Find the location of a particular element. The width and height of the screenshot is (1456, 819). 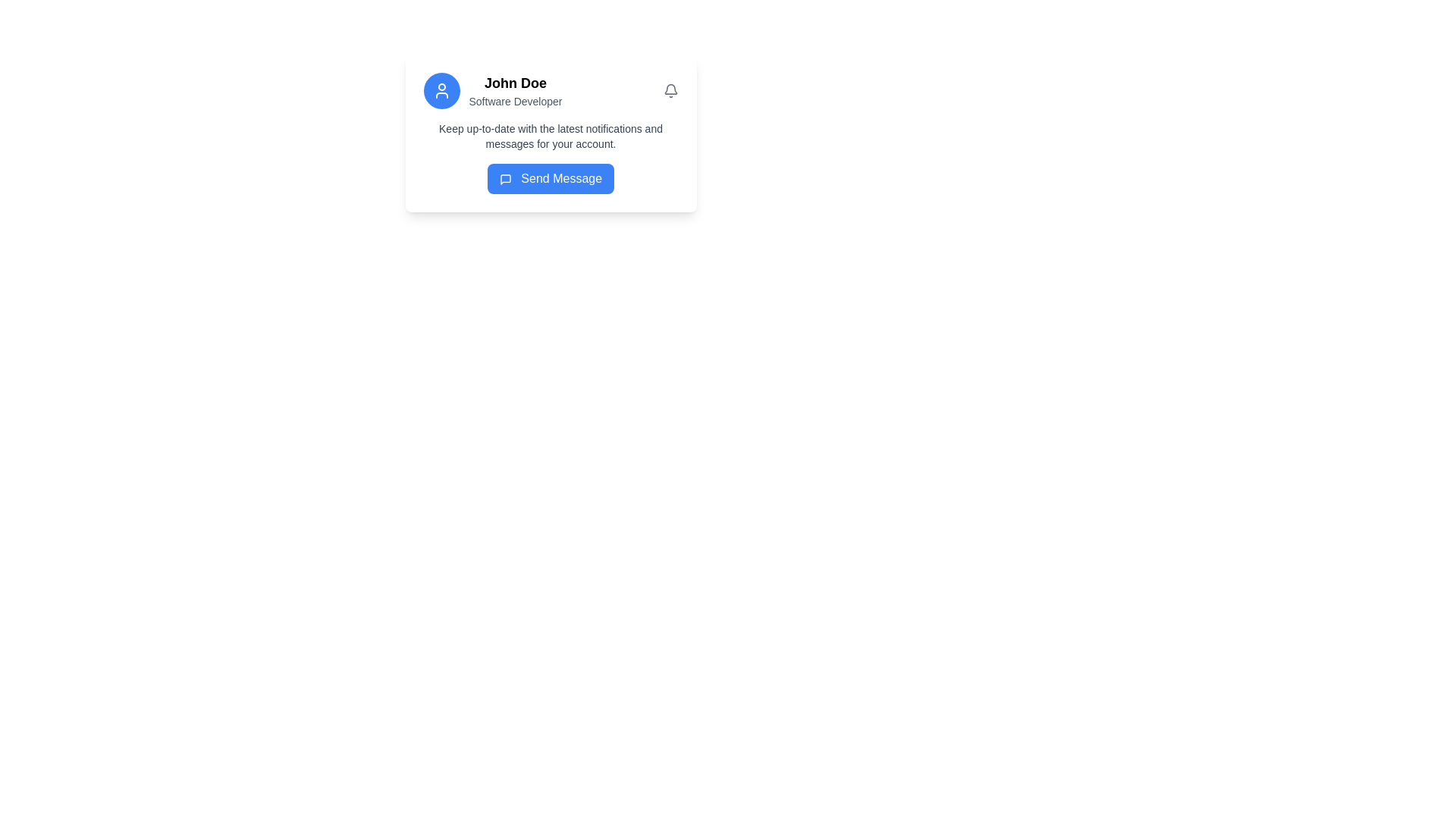

the text label reading 'Software Developer', which is displayed in a smaller light gray font below the name 'John Doe' is located at coordinates (516, 102).